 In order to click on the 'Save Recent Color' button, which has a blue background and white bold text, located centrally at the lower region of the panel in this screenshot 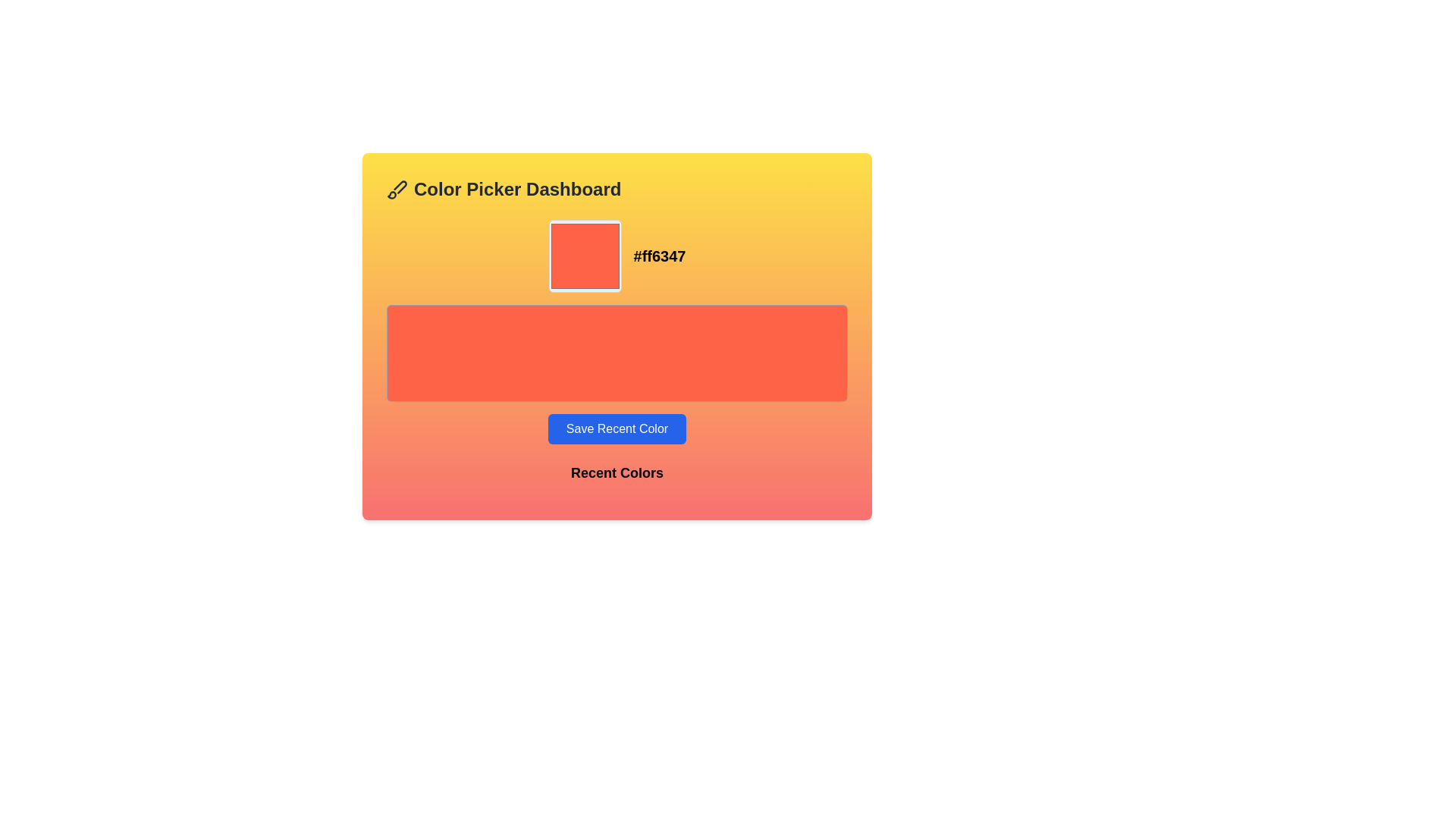, I will do `click(617, 429)`.